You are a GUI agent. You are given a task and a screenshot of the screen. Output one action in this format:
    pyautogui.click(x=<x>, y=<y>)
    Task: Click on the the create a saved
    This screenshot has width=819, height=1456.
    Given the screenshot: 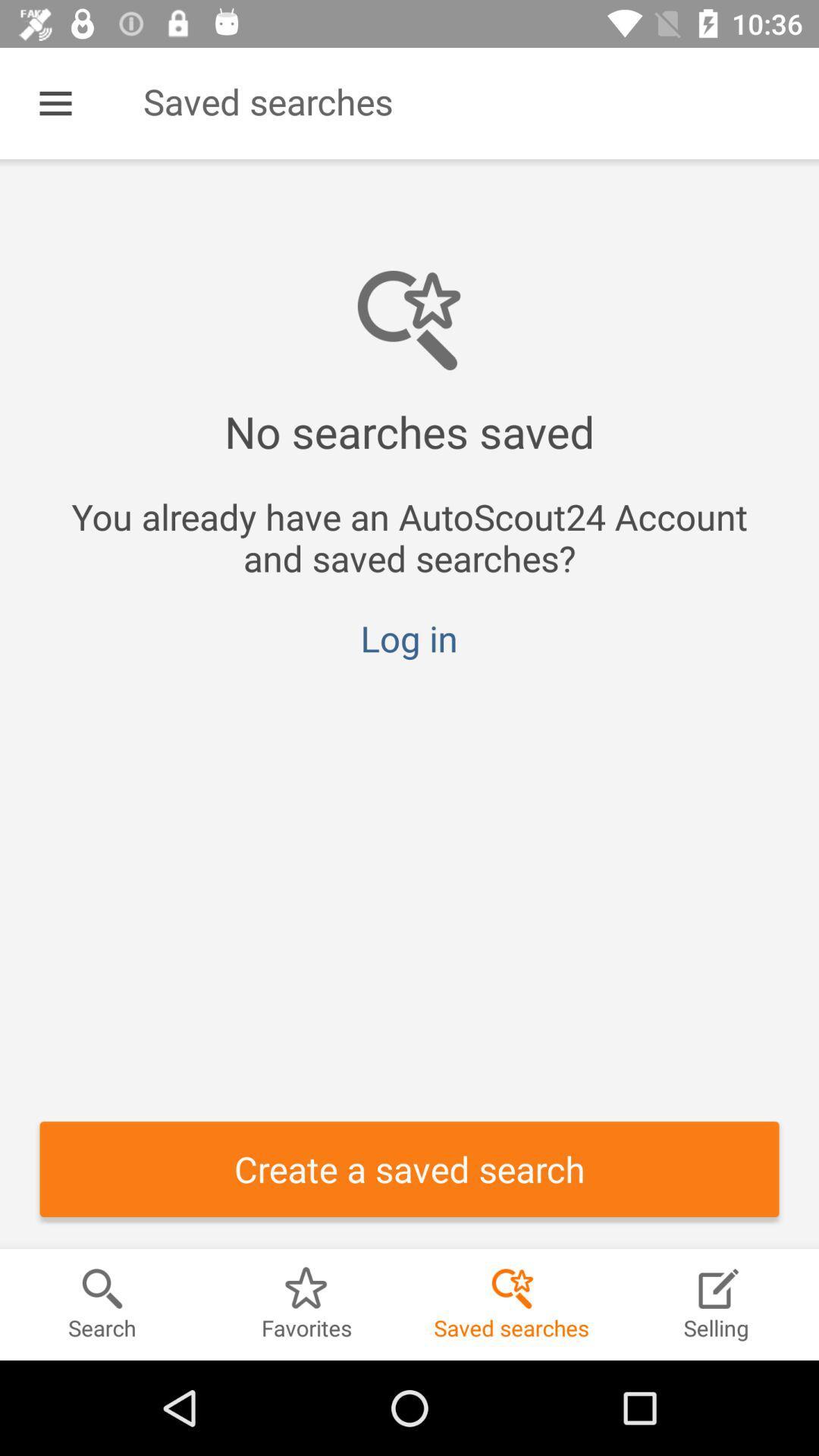 What is the action you would take?
    pyautogui.click(x=409, y=1168)
    